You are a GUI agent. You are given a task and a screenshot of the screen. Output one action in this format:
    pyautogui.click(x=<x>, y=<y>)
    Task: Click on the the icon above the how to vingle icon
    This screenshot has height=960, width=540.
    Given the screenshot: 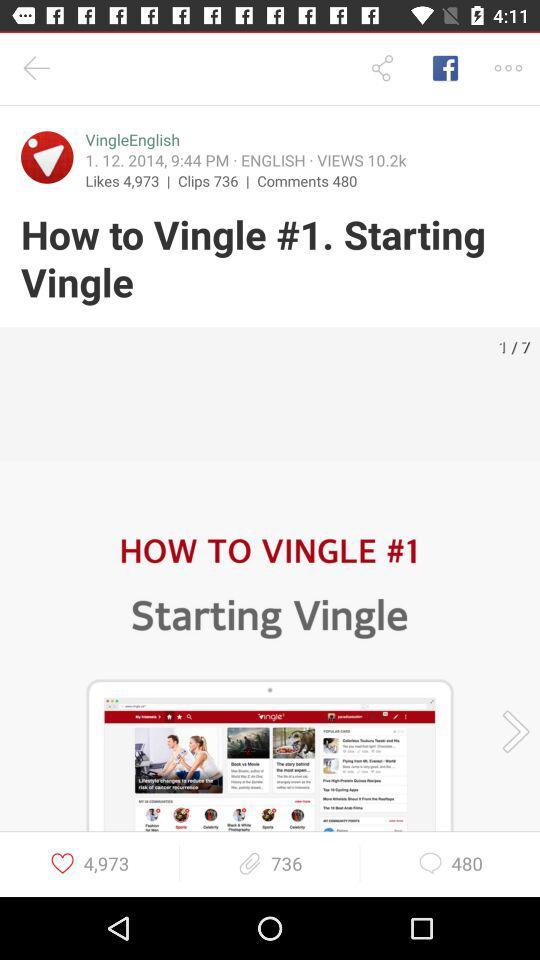 What is the action you would take?
    pyautogui.click(x=47, y=156)
    